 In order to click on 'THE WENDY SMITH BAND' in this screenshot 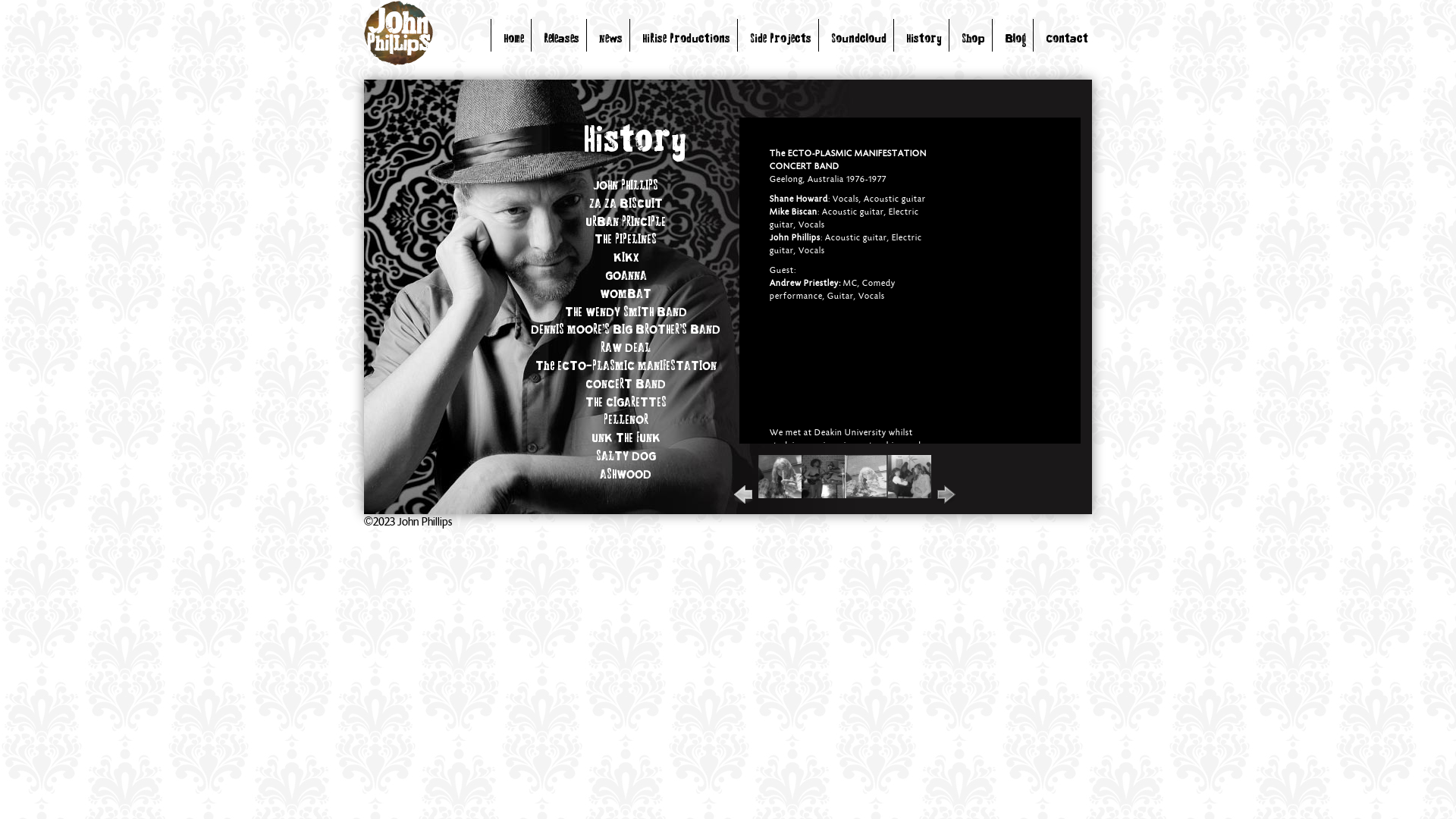, I will do `click(625, 312)`.